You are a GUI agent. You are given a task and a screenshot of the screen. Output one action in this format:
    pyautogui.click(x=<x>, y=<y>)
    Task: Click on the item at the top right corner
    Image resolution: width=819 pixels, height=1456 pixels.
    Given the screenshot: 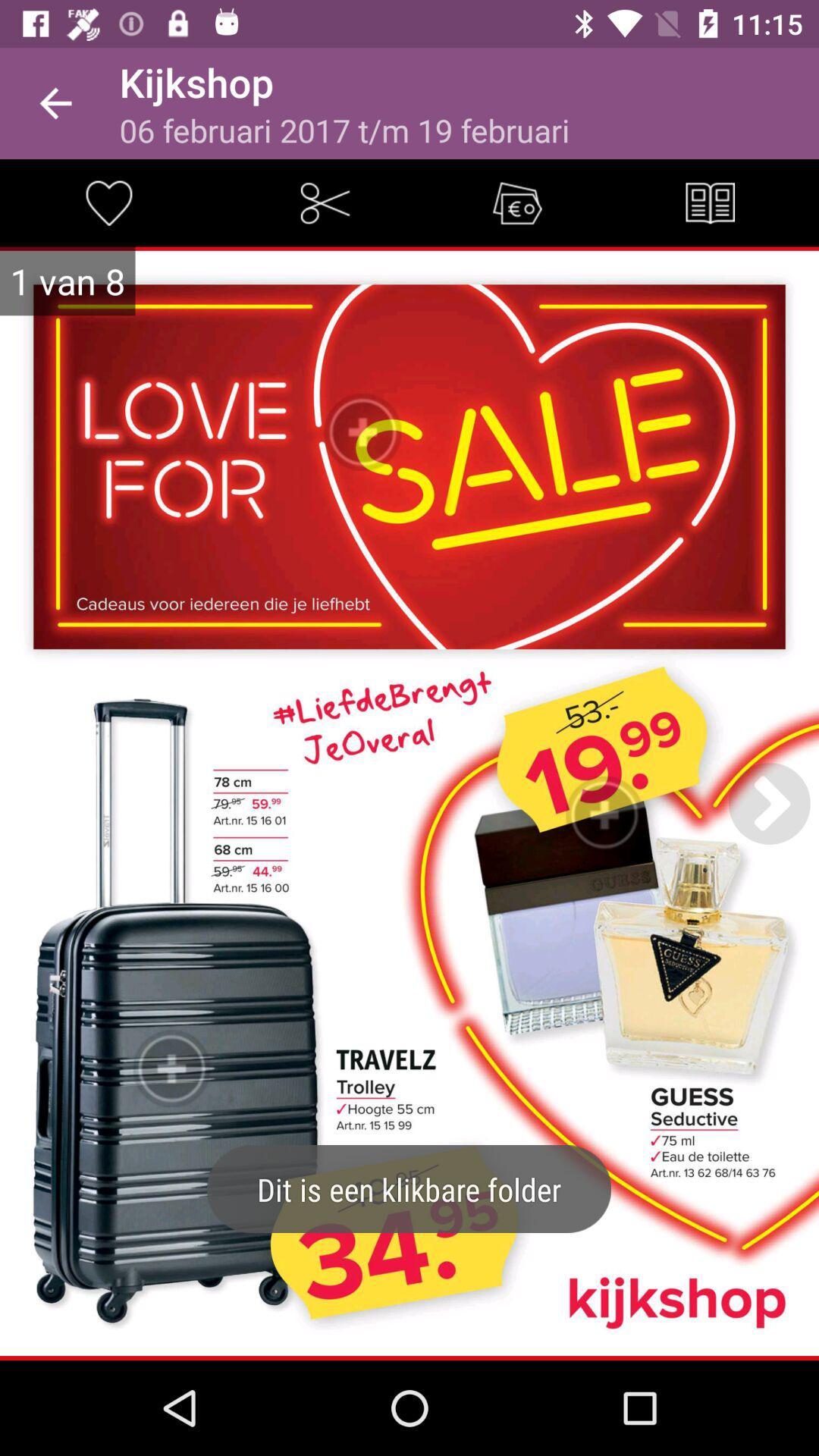 What is the action you would take?
    pyautogui.click(x=710, y=202)
    